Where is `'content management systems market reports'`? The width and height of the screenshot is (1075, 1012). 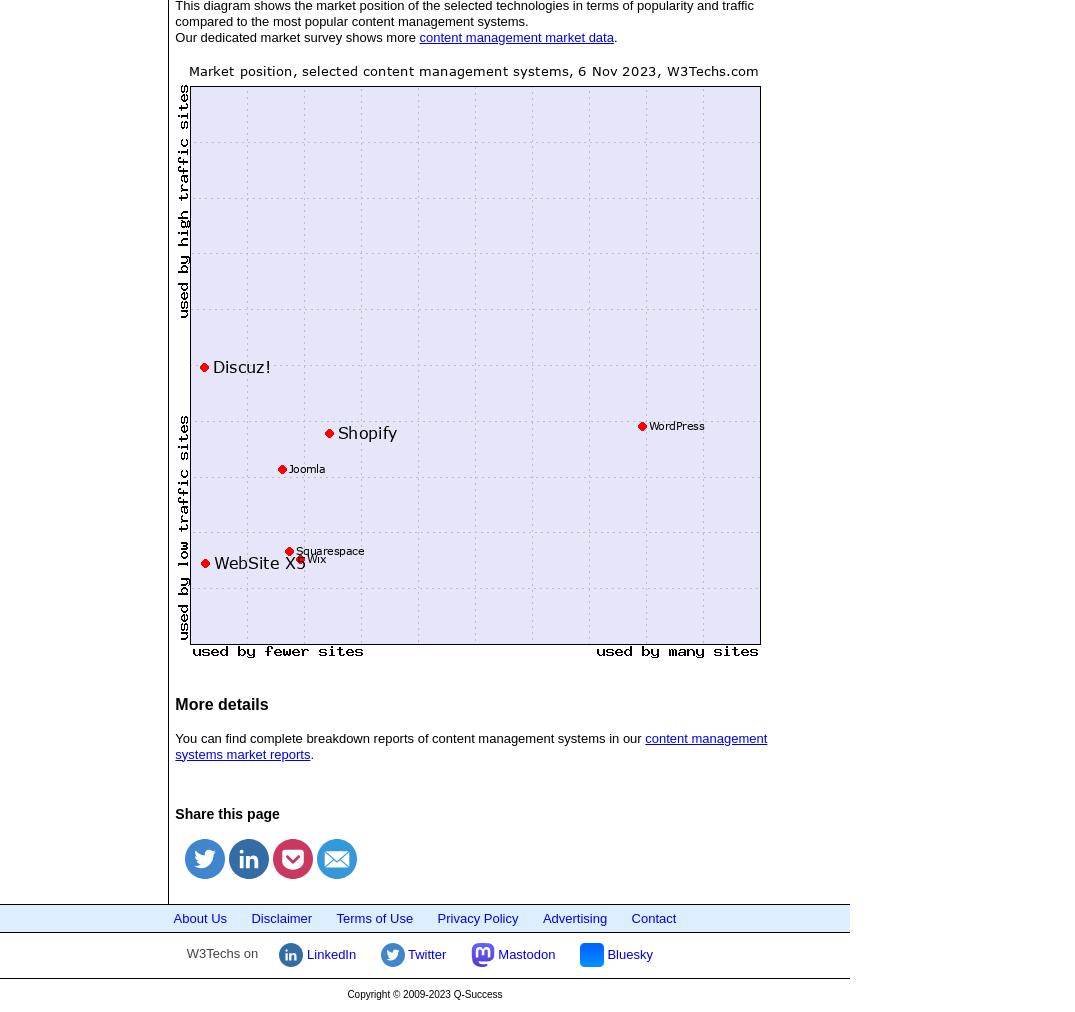 'content management systems market reports' is located at coordinates (470, 745).